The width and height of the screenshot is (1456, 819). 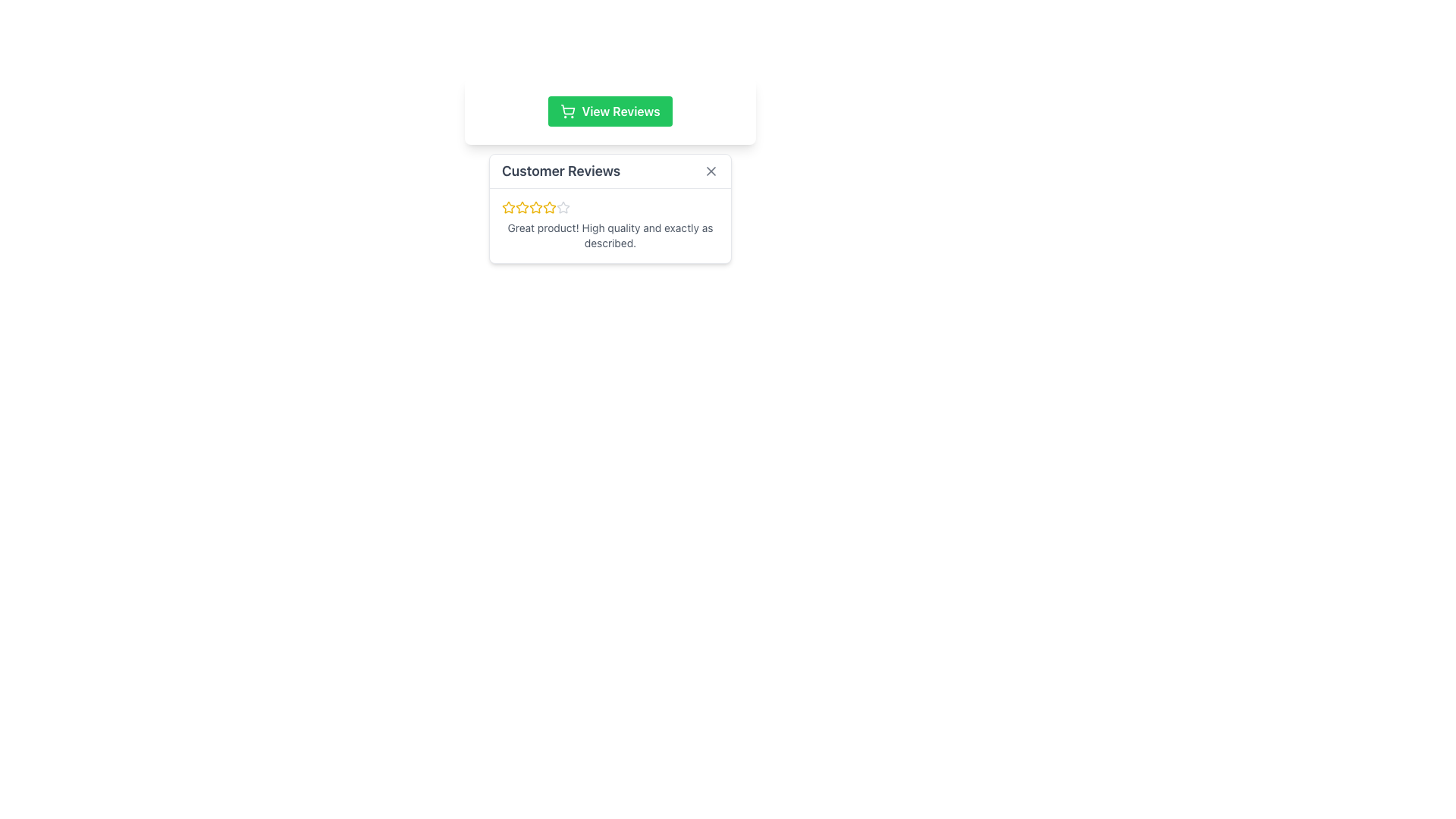 I want to click on the 'View Reviews' text on the green button to observe hover effects, so click(x=621, y=110).